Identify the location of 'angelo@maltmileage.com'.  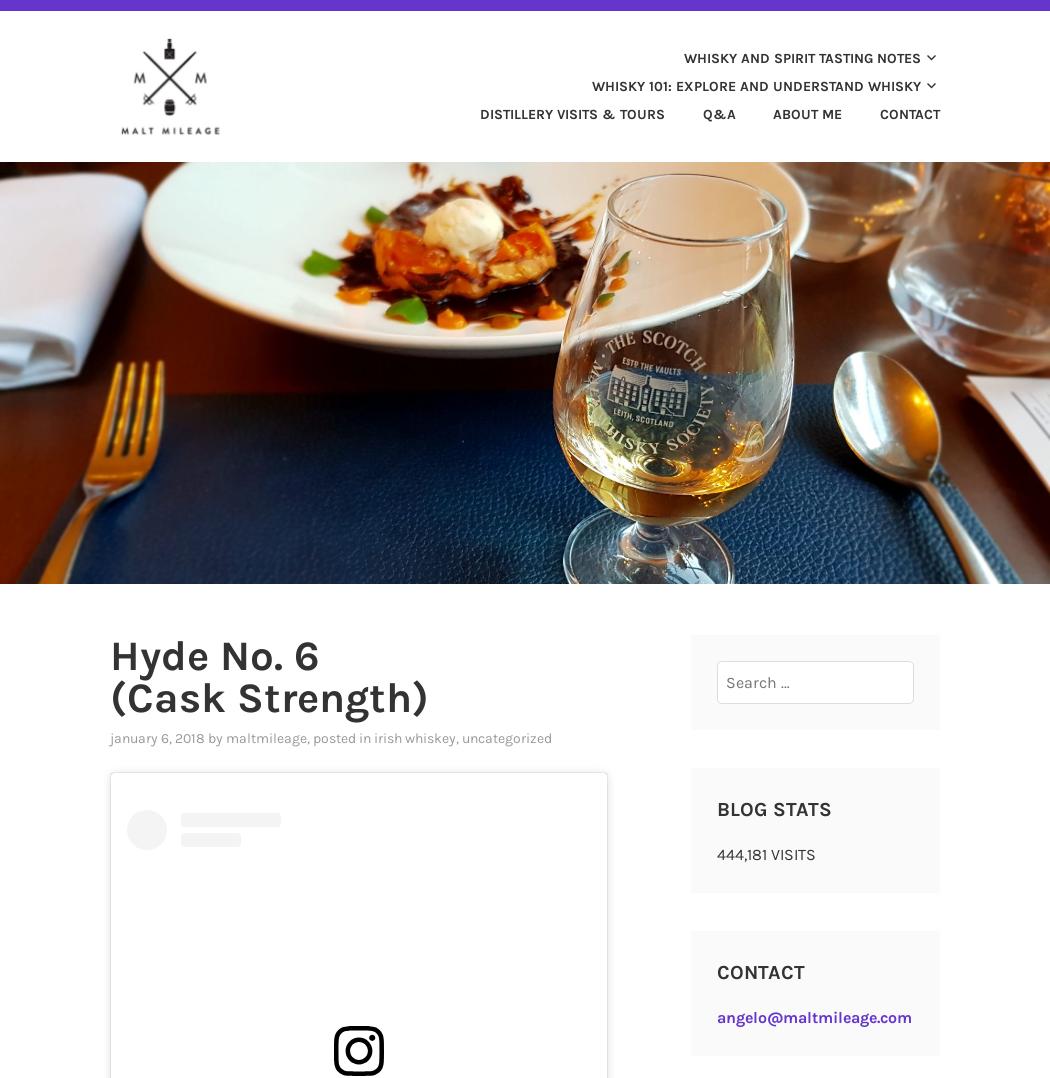
(812, 1016).